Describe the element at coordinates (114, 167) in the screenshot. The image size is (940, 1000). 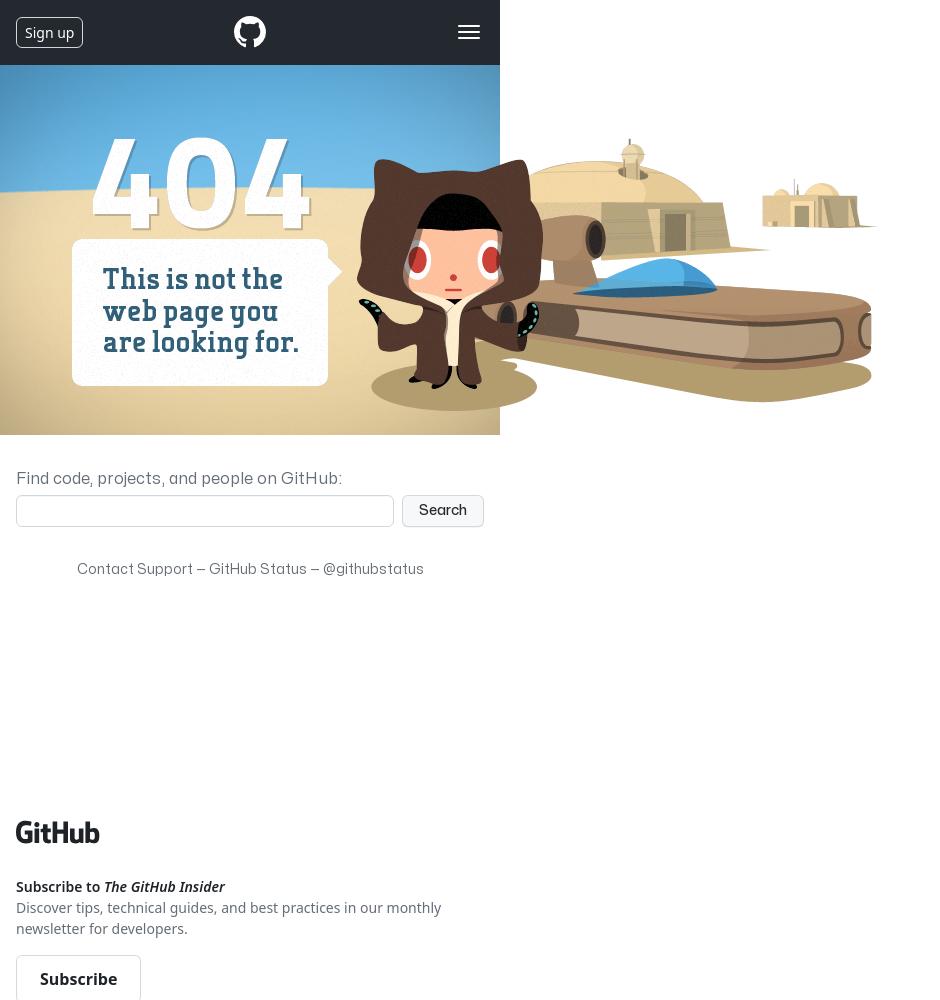
I see `'Security'` at that location.